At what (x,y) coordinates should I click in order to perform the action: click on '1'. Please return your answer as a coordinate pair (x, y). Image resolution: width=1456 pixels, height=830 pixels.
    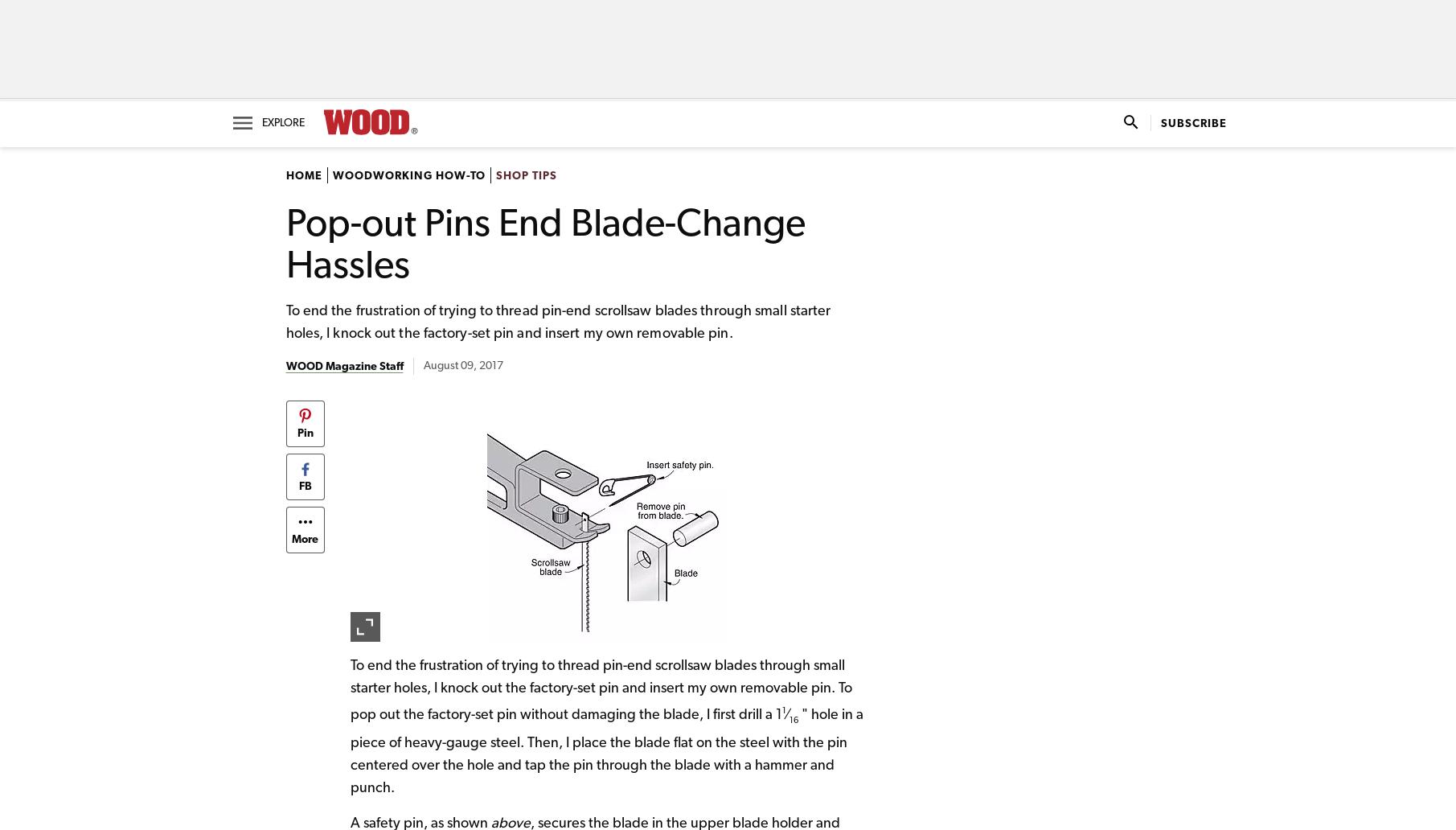
    Looking at the image, I should click on (782, 710).